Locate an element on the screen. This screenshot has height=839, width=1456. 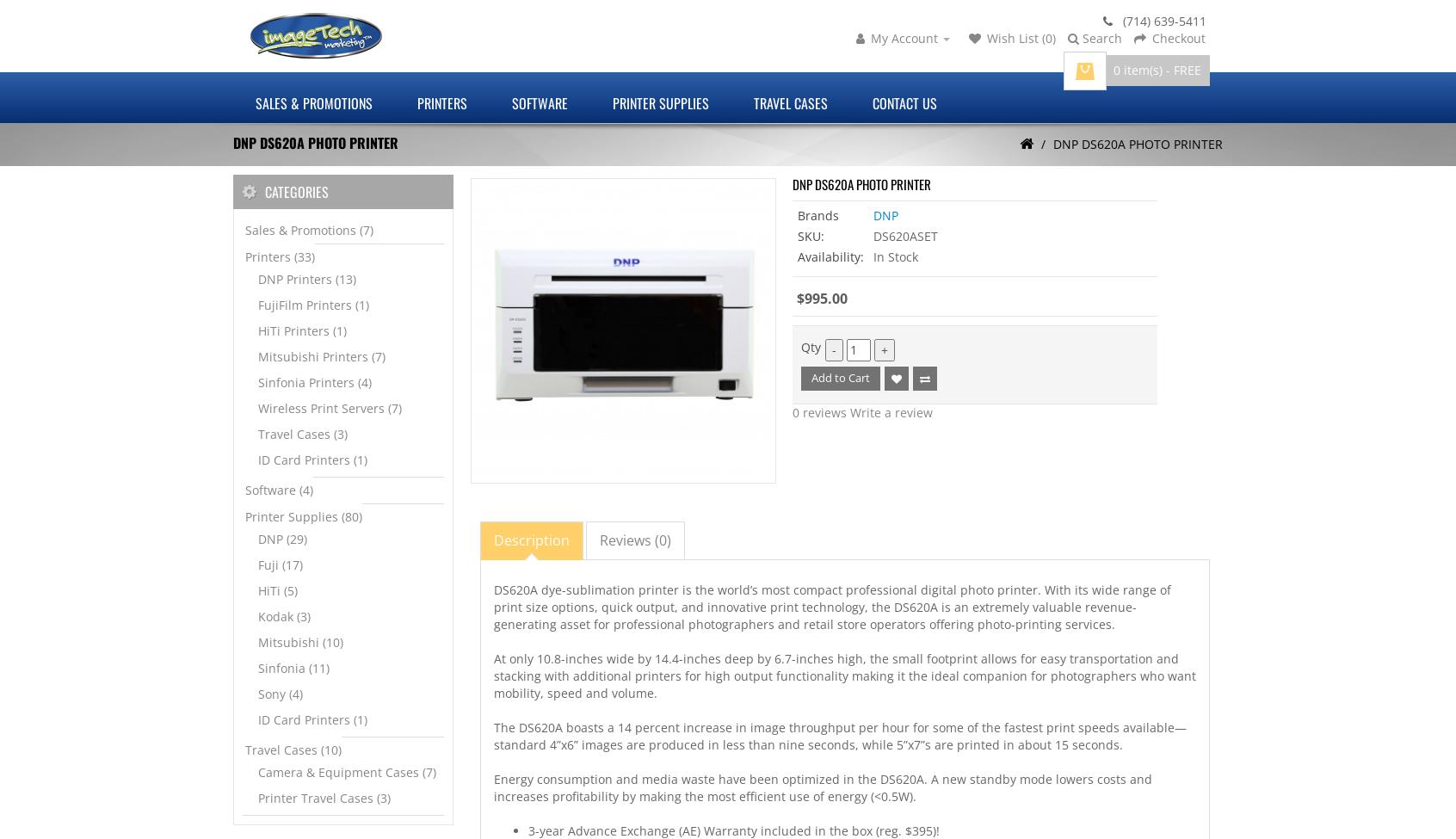
'DNP Printers (13)' is located at coordinates (307, 278).